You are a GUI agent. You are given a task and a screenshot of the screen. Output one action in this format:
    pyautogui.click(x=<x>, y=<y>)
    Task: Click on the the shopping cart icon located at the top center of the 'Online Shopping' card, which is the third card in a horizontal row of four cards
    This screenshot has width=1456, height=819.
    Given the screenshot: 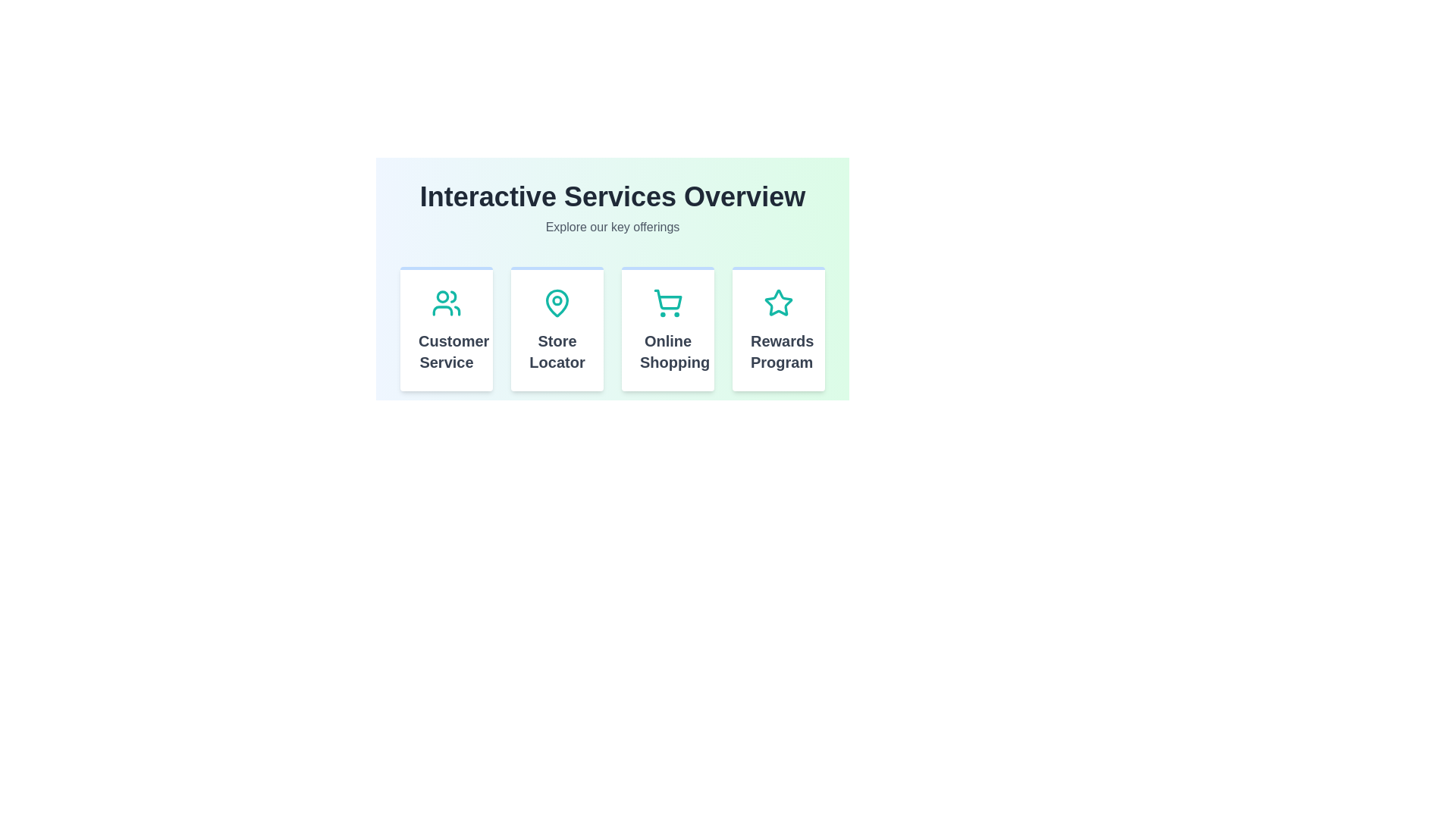 What is the action you would take?
    pyautogui.click(x=667, y=303)
    